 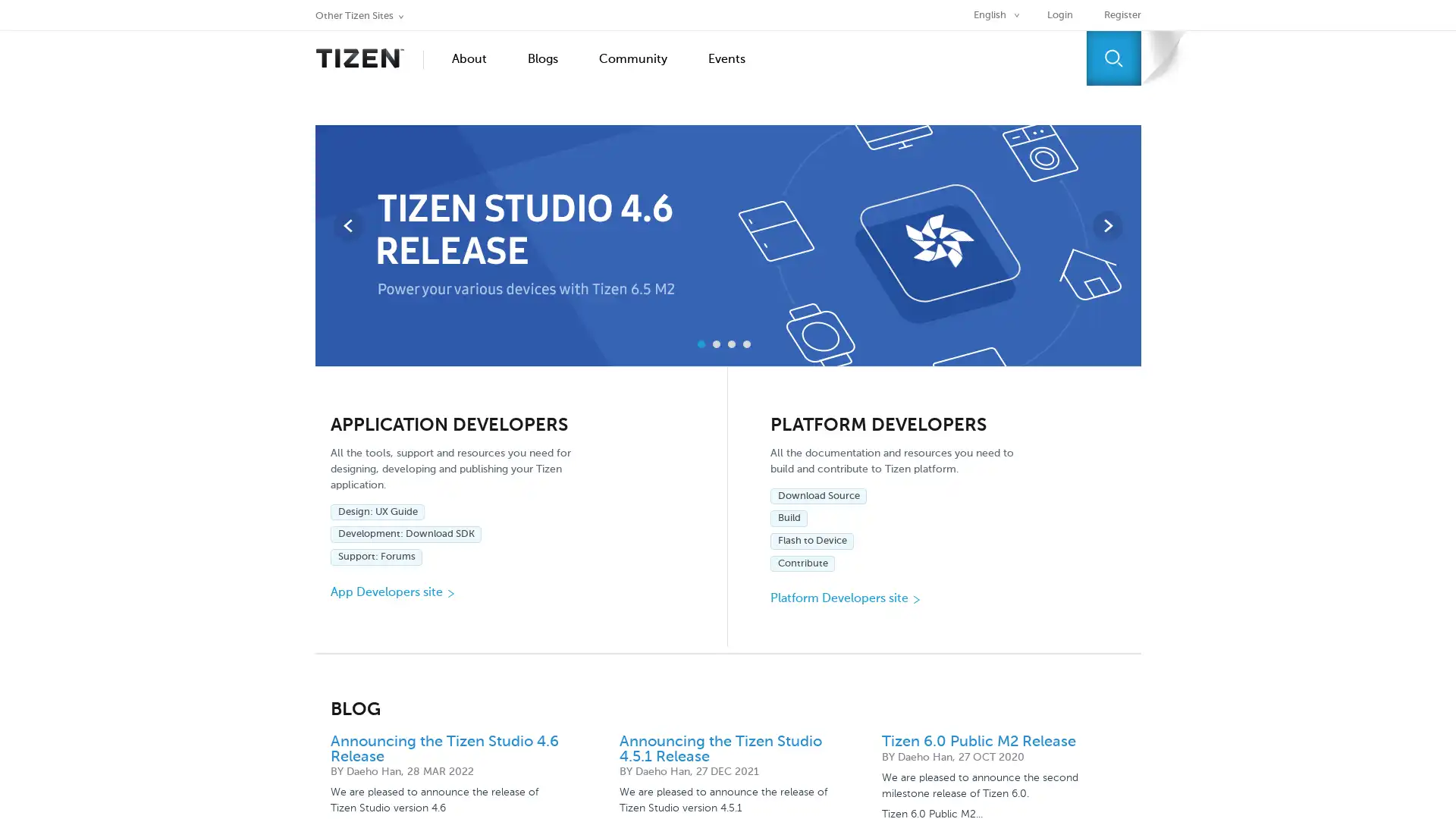 I want to click on NEXT, so click(x=1106, y=225).